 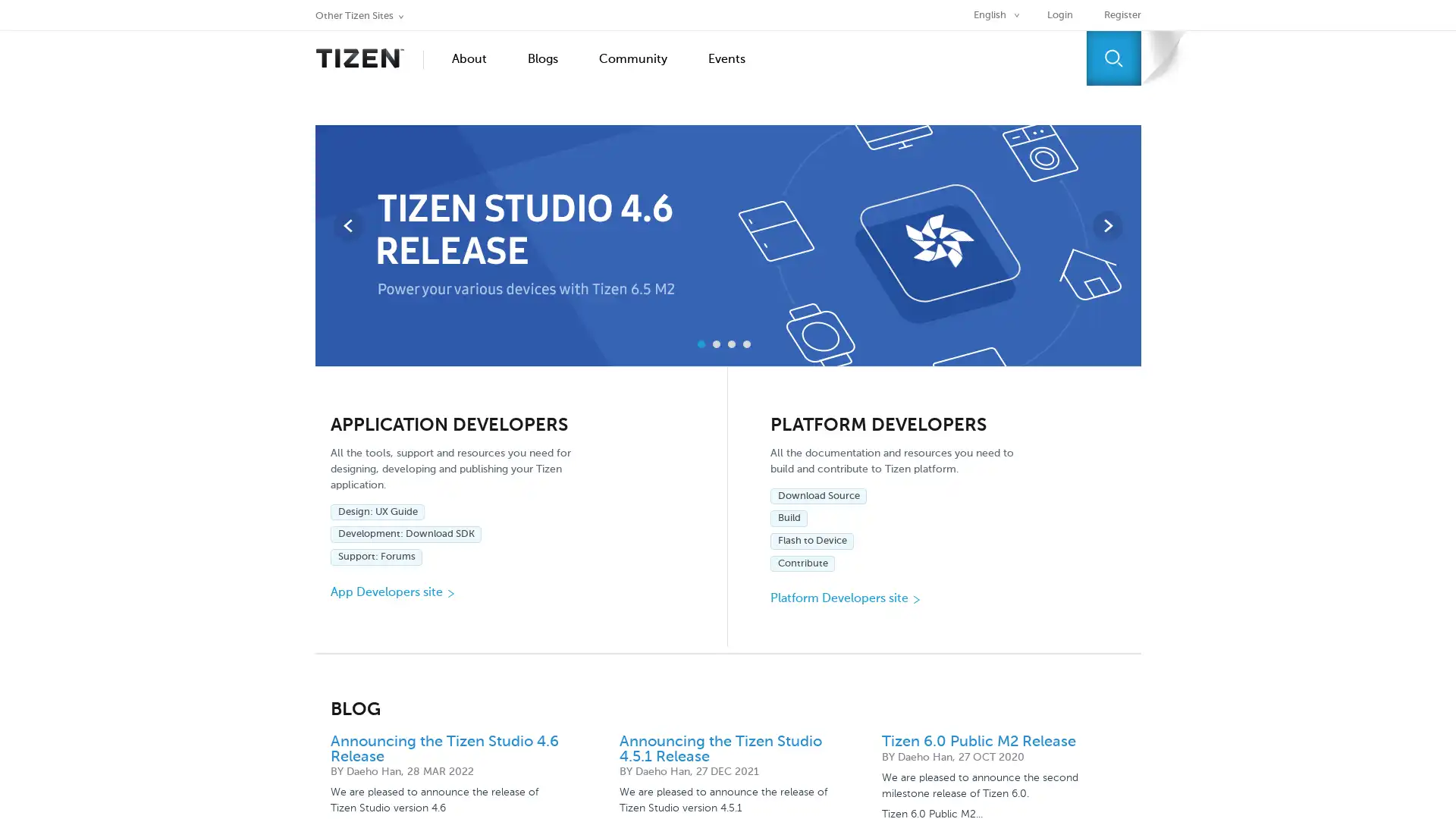 I want to click on NEXT, so click(x=1106, y=225).